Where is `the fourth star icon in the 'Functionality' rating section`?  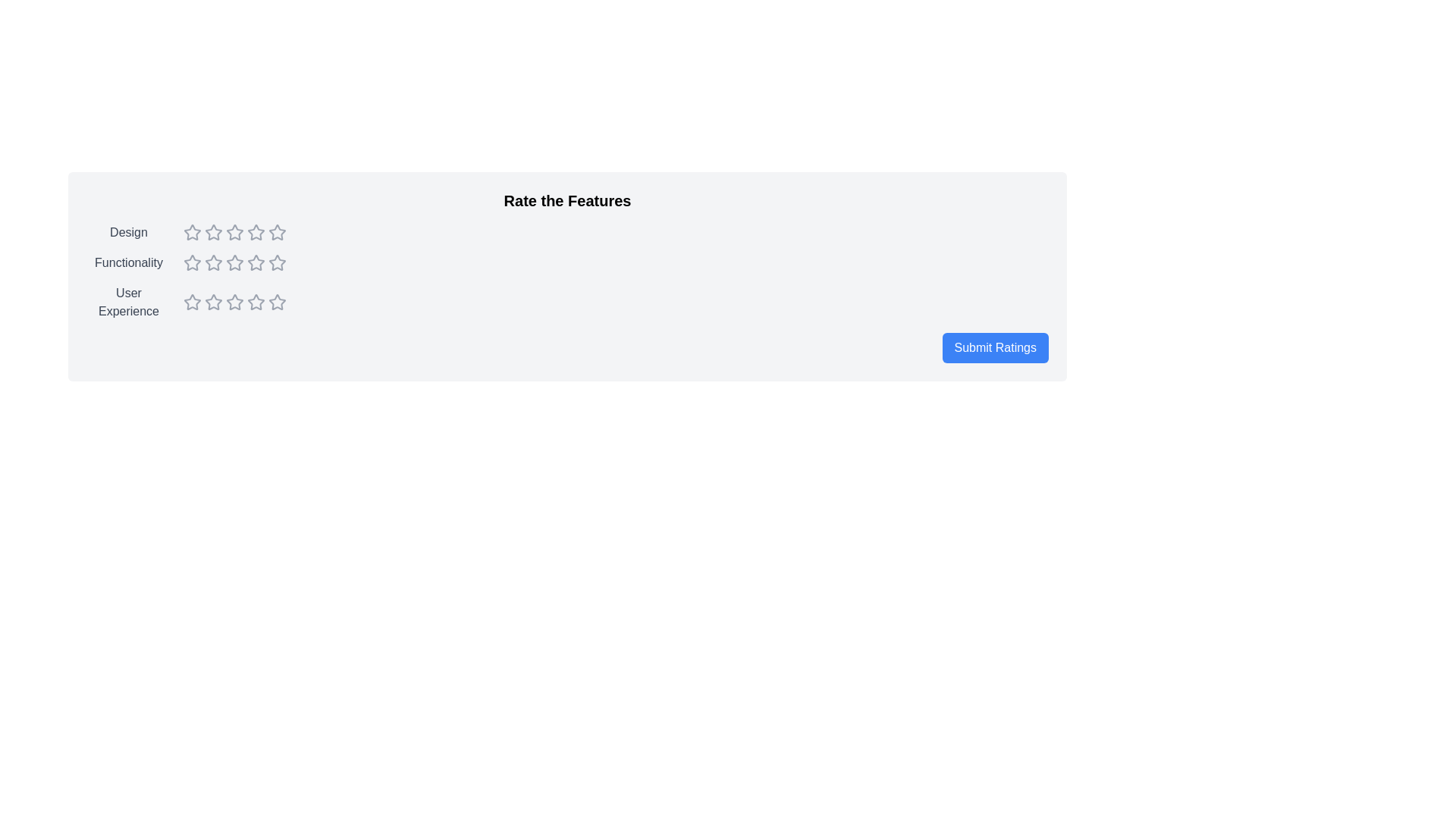 the fourth star icon in the 'Functionality' rating section is located at coordinates (256, 262).